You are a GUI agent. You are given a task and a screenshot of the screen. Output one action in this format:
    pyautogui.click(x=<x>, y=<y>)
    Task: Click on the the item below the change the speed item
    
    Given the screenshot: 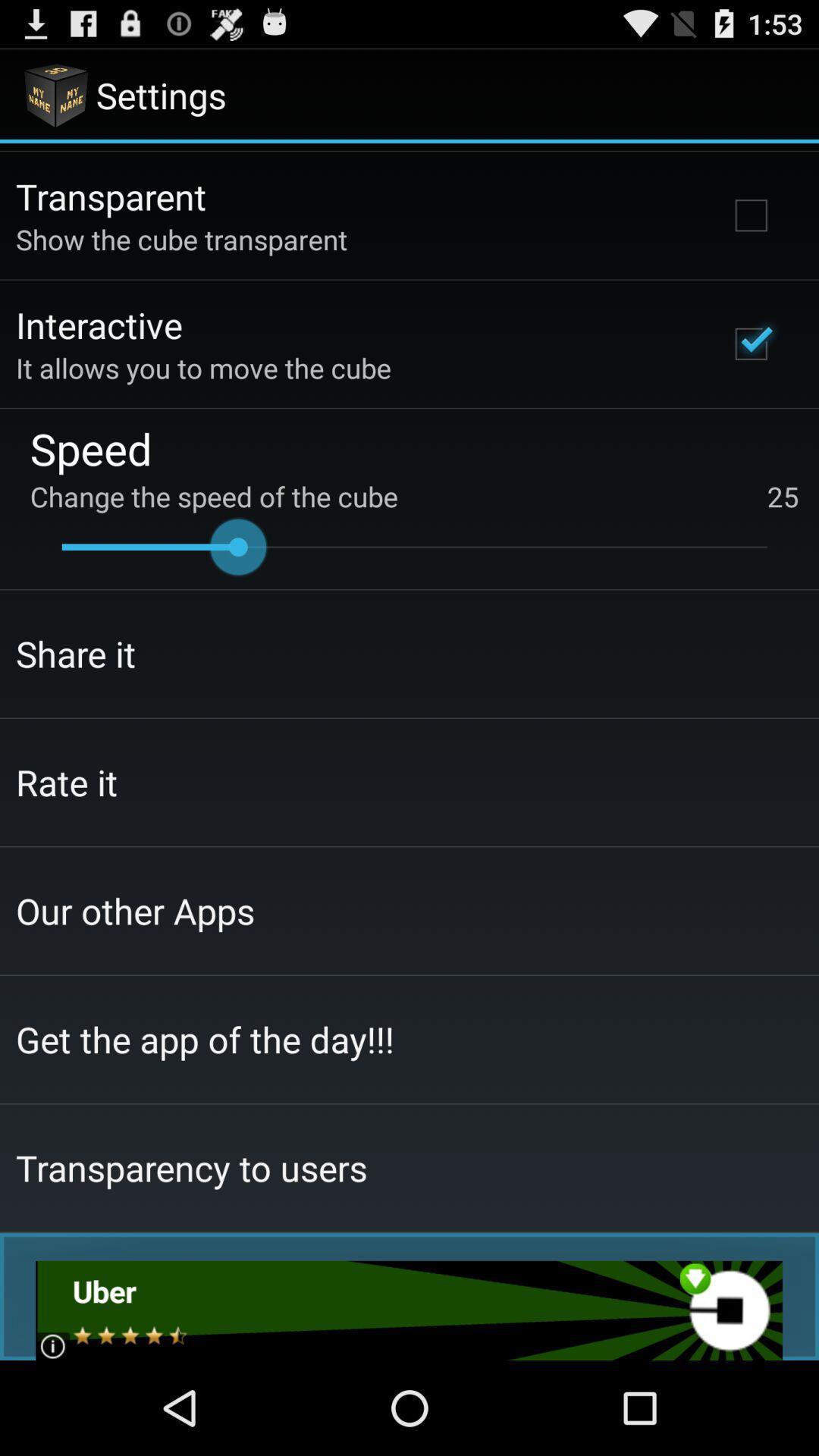 What is the action you would take?
    pyautogui.click(x=414, y=546)
    